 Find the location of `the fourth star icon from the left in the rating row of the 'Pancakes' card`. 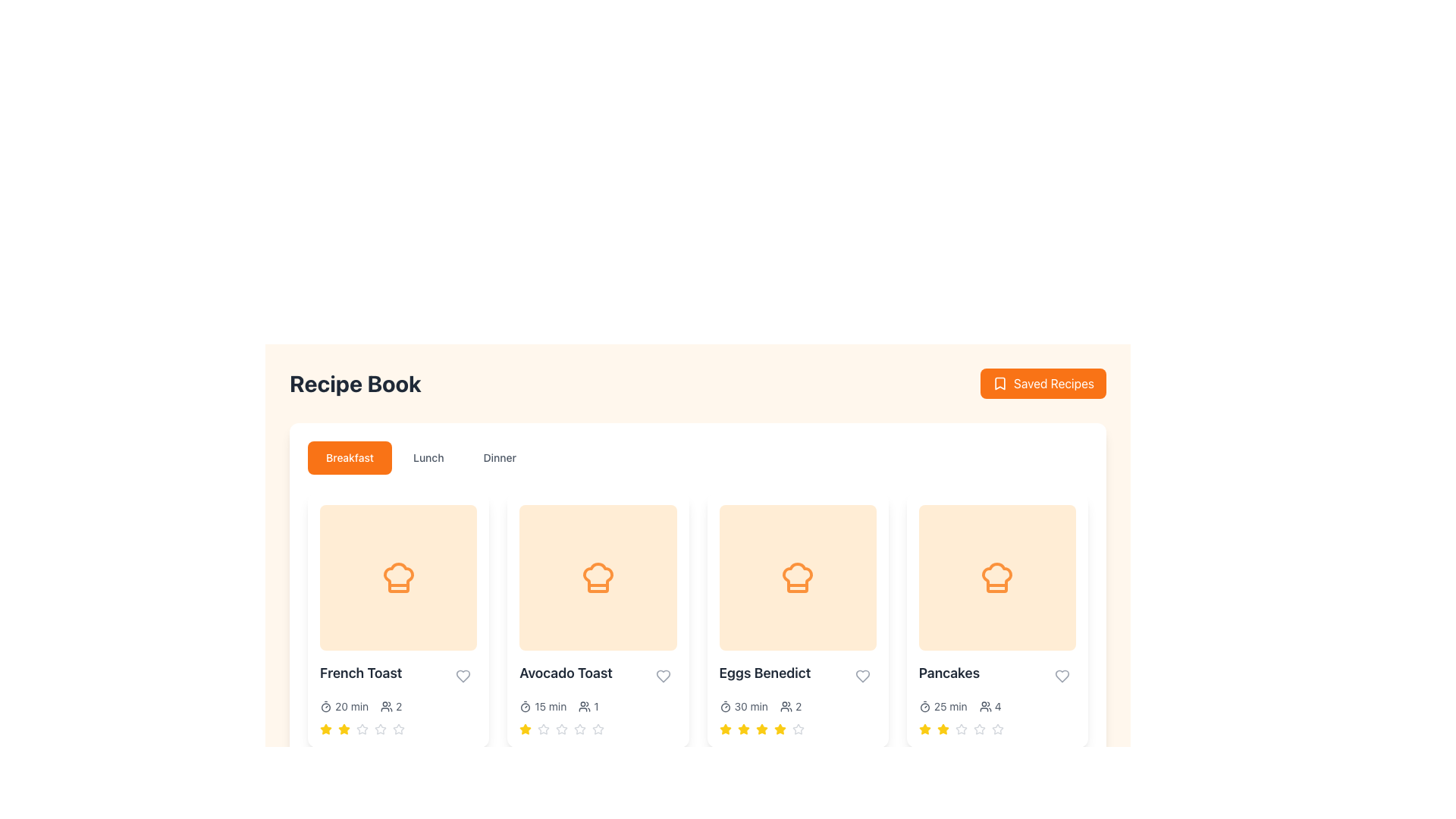

the fourth star icon from the left in the rating row of the 'Pancakes' card is located at coordinates (979, 728).